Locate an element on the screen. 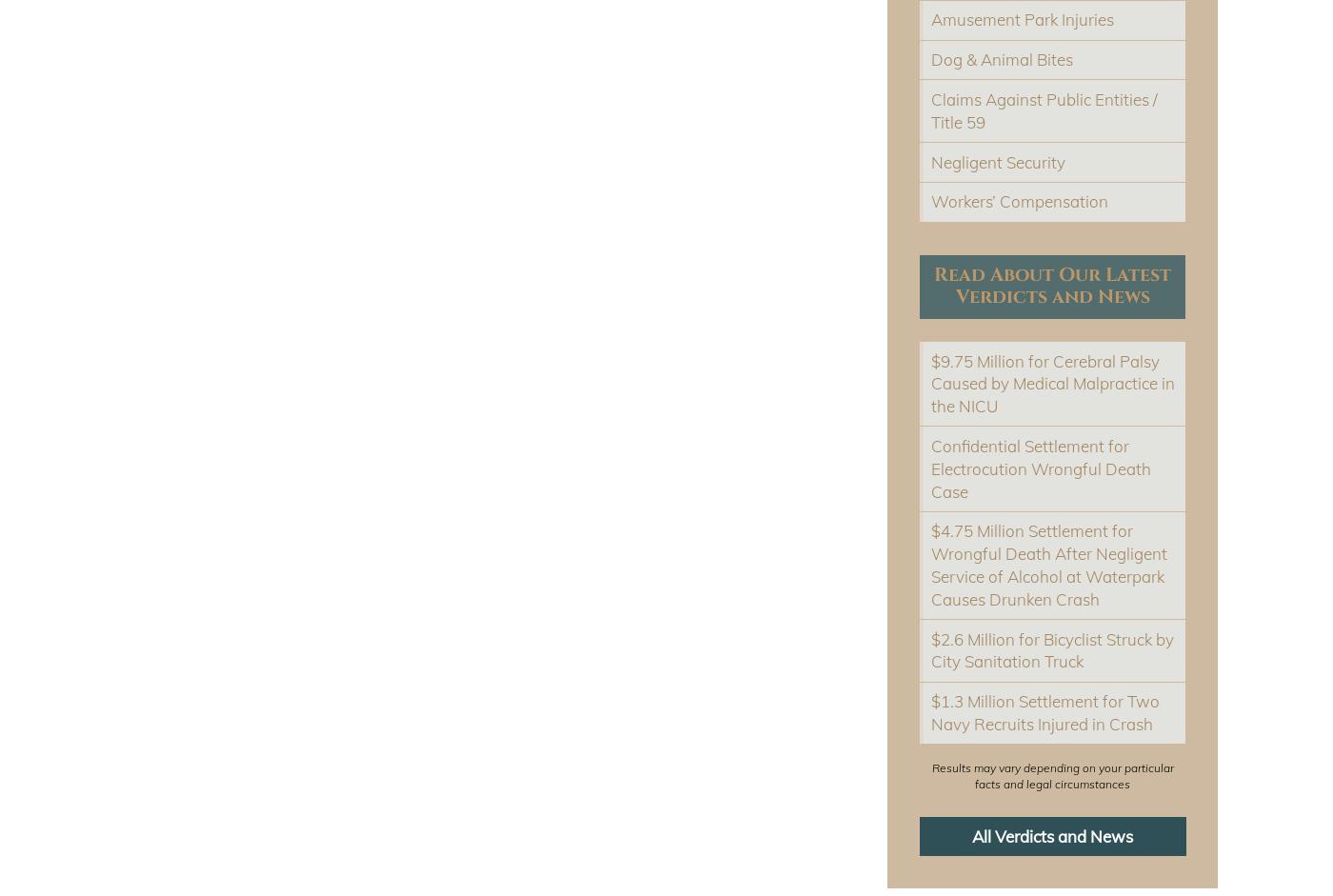  'Read About Our Latest Verdicts and News' is located at coordinates (1052, 285).